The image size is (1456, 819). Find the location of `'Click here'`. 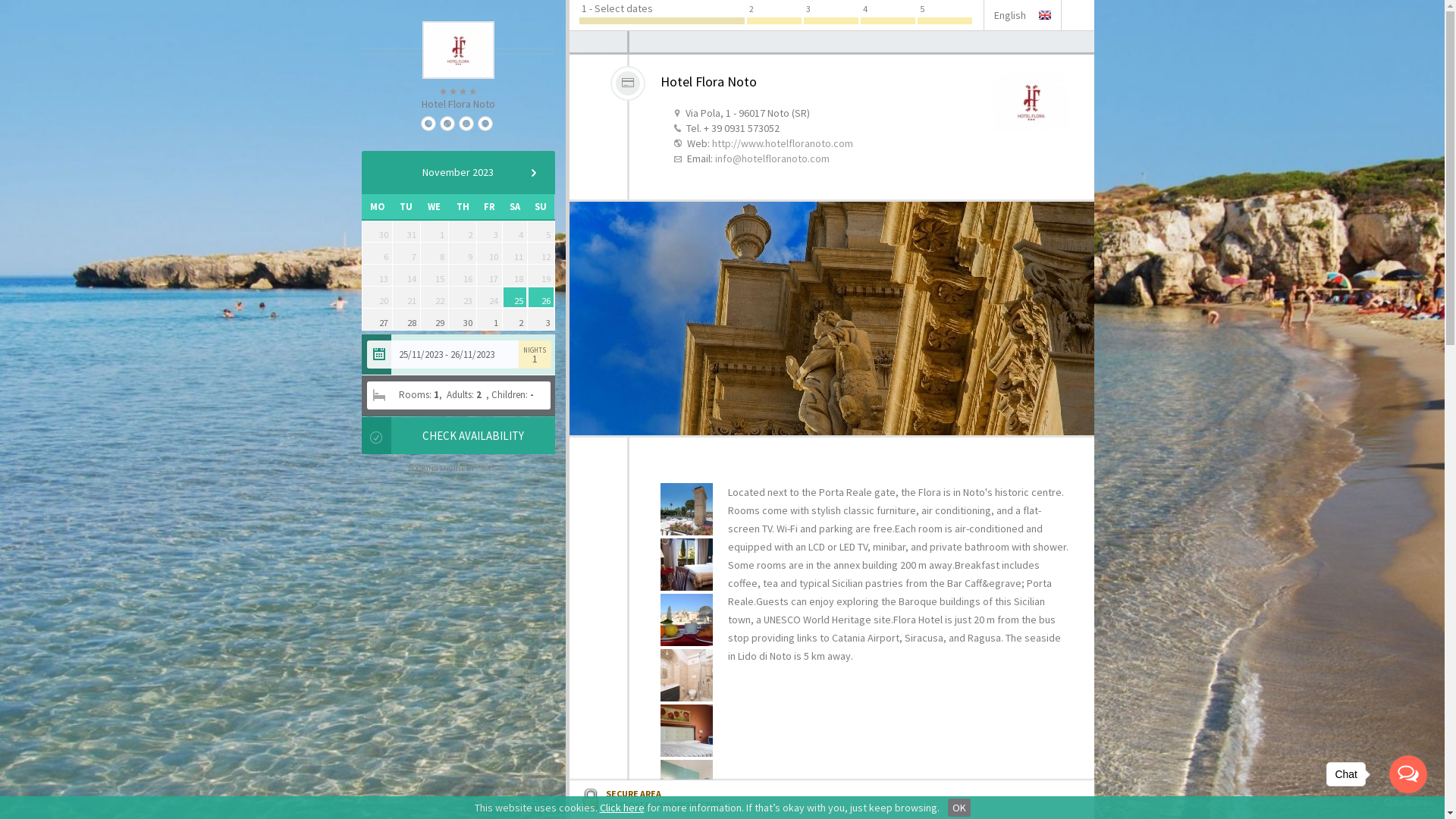

'Click here' is located at coordinates (621, 806).